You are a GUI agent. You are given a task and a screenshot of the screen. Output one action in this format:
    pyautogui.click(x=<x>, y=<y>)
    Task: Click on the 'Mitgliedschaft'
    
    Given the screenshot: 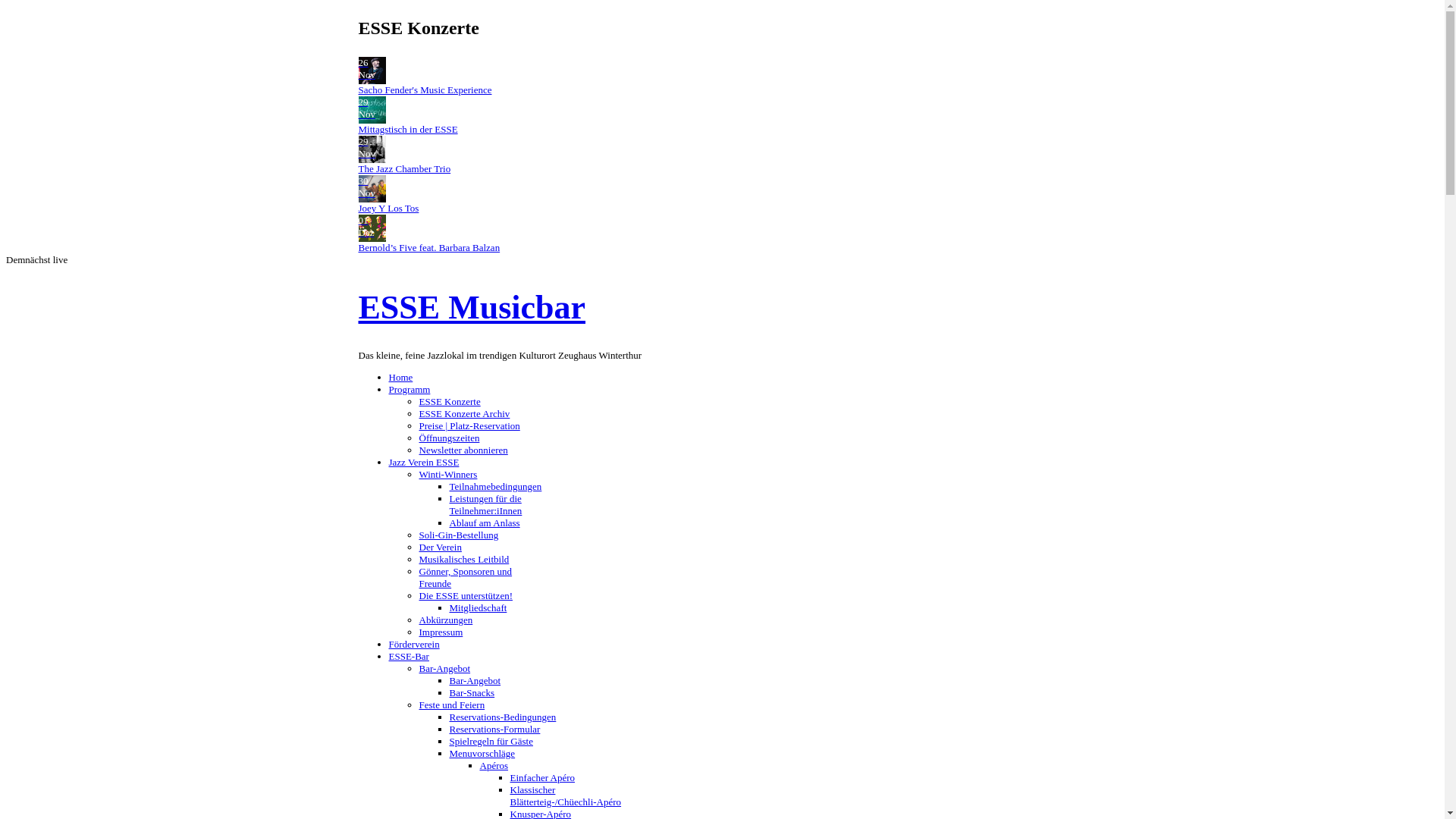 What is the action you would take?
    pyautogui.click(x=476, y=607)
    